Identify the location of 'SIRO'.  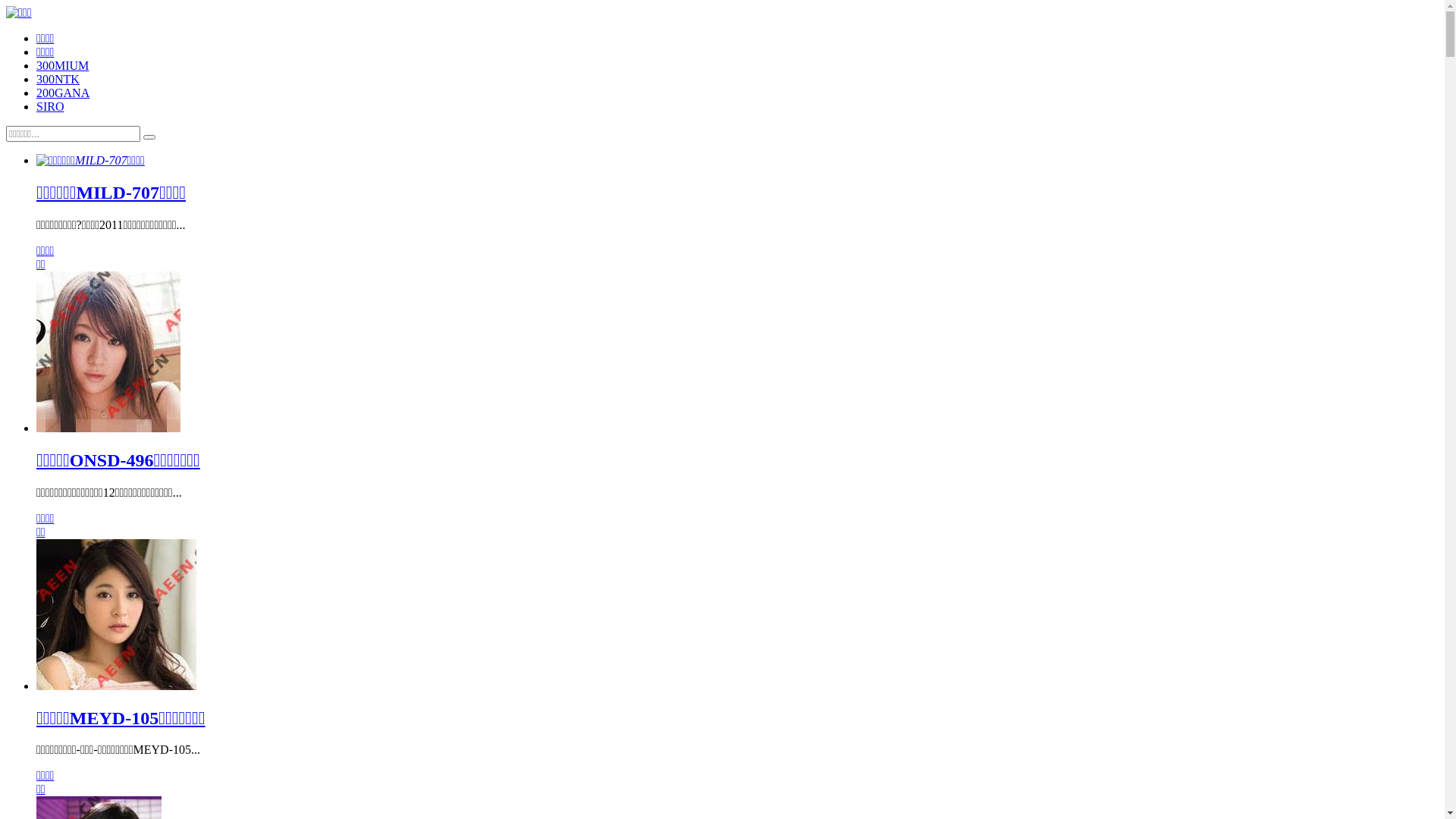
(50, 105).